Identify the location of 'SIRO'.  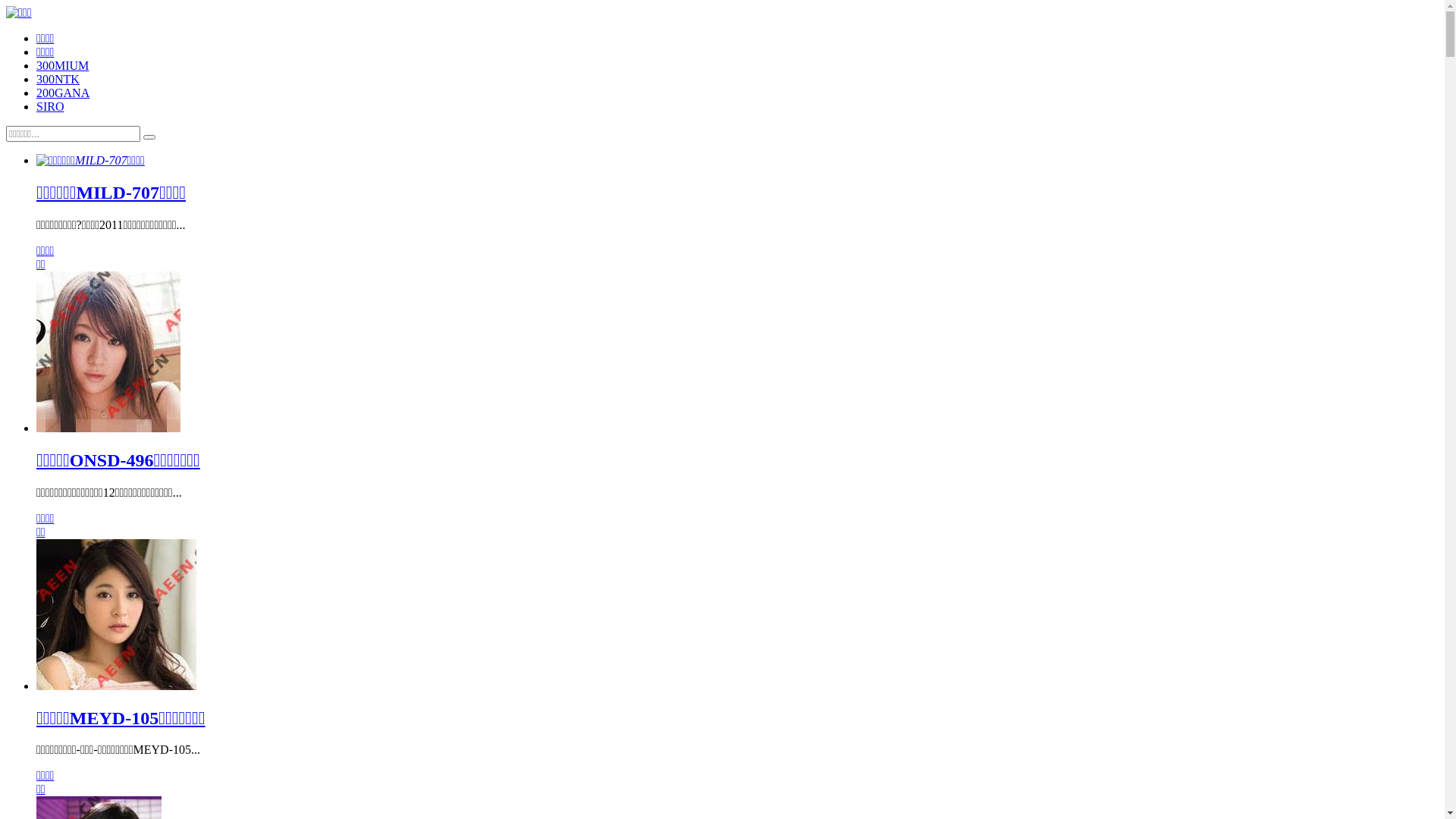
(50, 105).